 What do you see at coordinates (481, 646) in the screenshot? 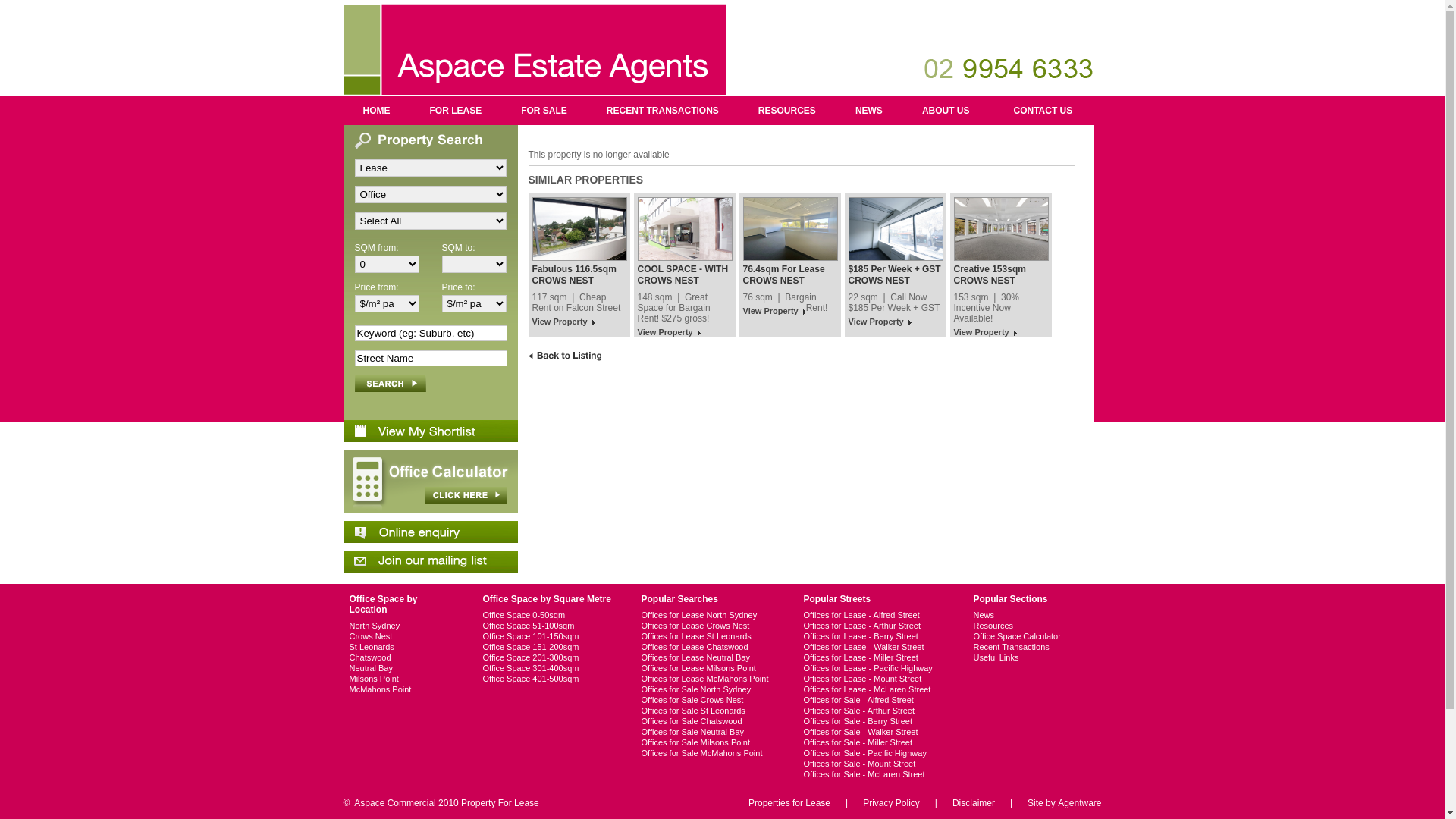
I see `'Office Space 151-200sqm'` at bounding box center [481, 646].